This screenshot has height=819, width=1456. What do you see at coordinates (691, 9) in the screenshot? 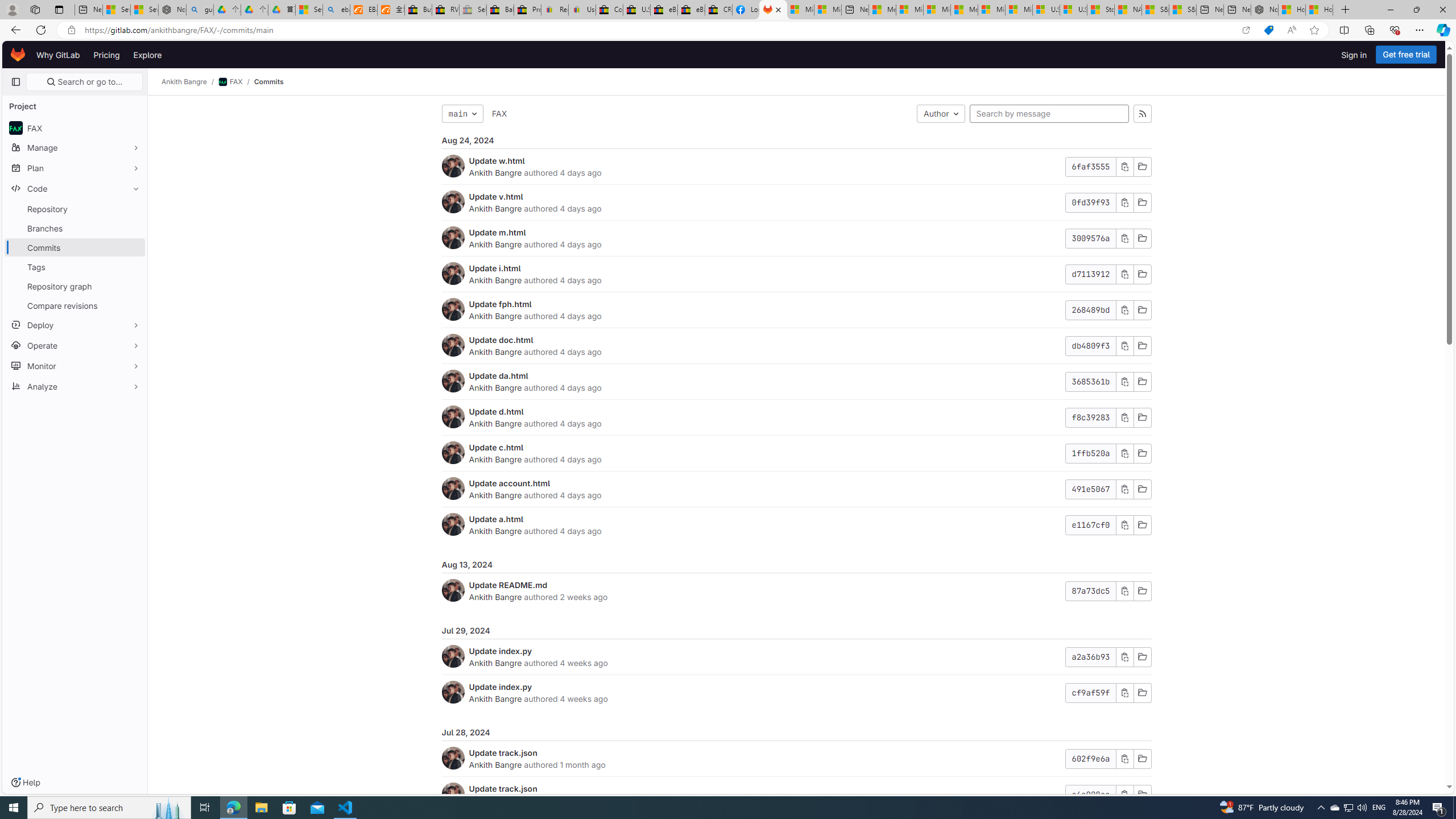
I see `'eBay Inc. Reports Third Quarter 2023 Results'` at bounding box center [691, 9].